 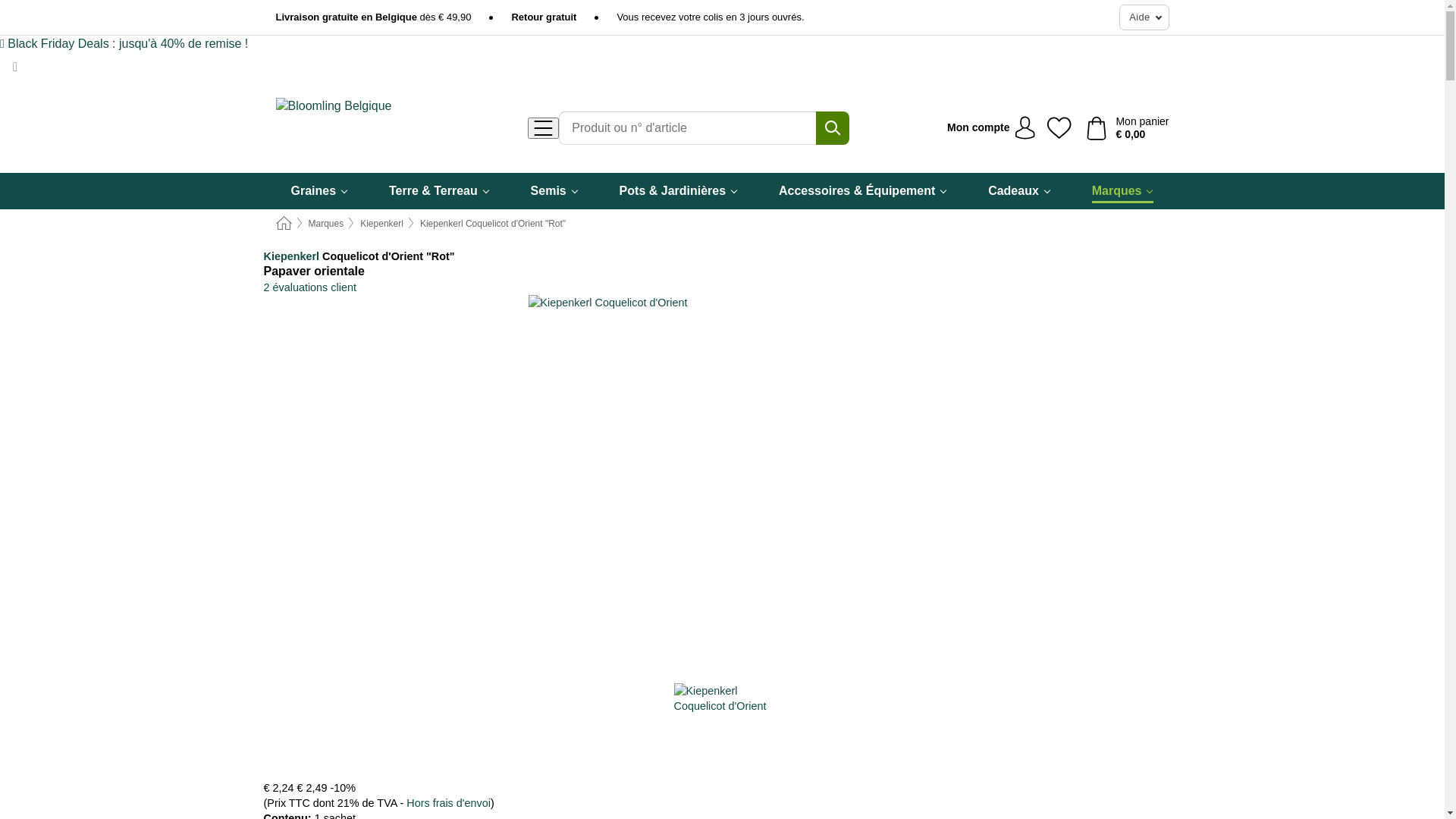 I want to click on 'Kiepenkerl Coquelicot d'Orient "Rot"', so click(x=492, y=223).